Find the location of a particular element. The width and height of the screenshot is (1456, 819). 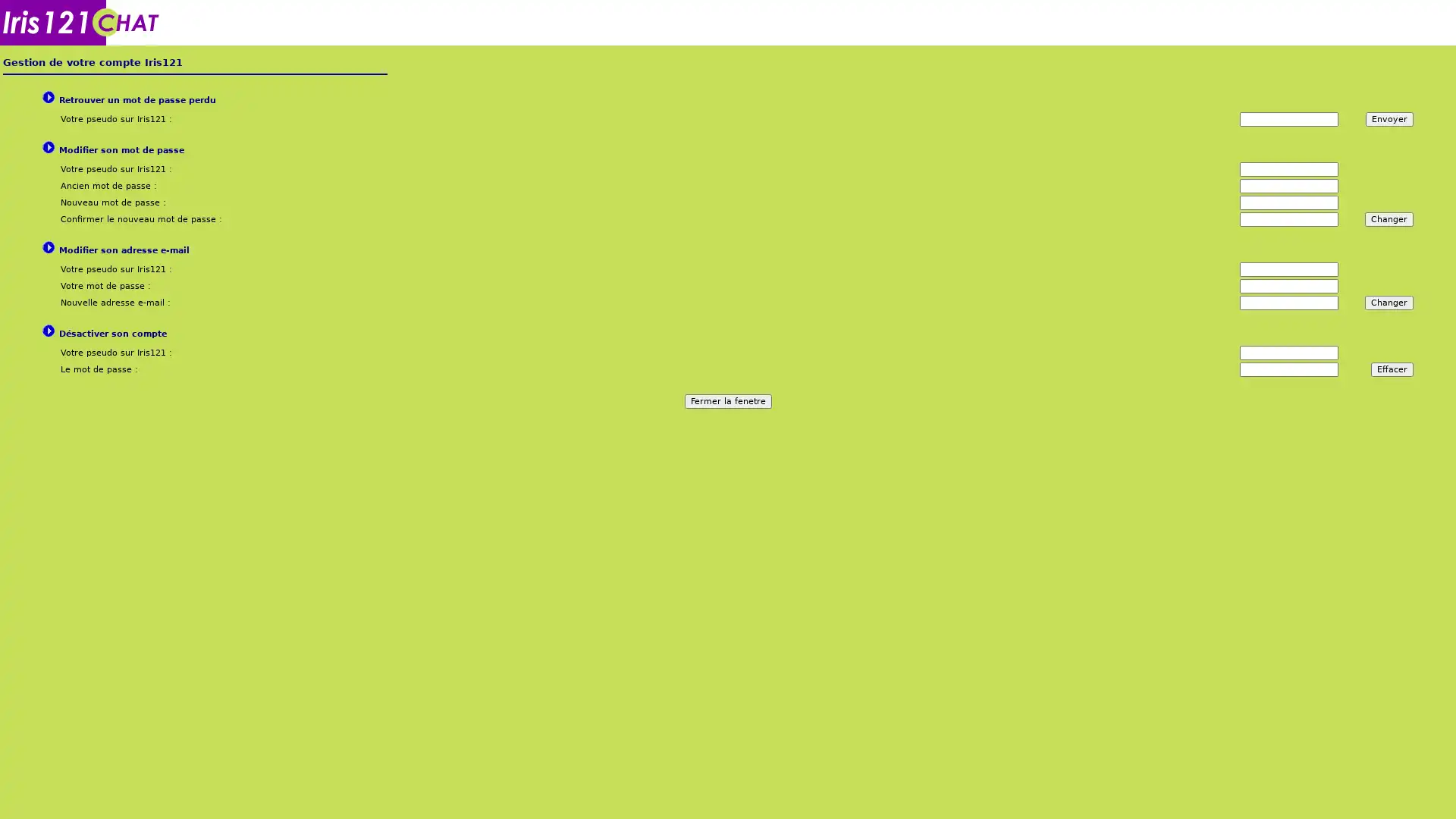

Effacer is located at coordinates (1392, 369).